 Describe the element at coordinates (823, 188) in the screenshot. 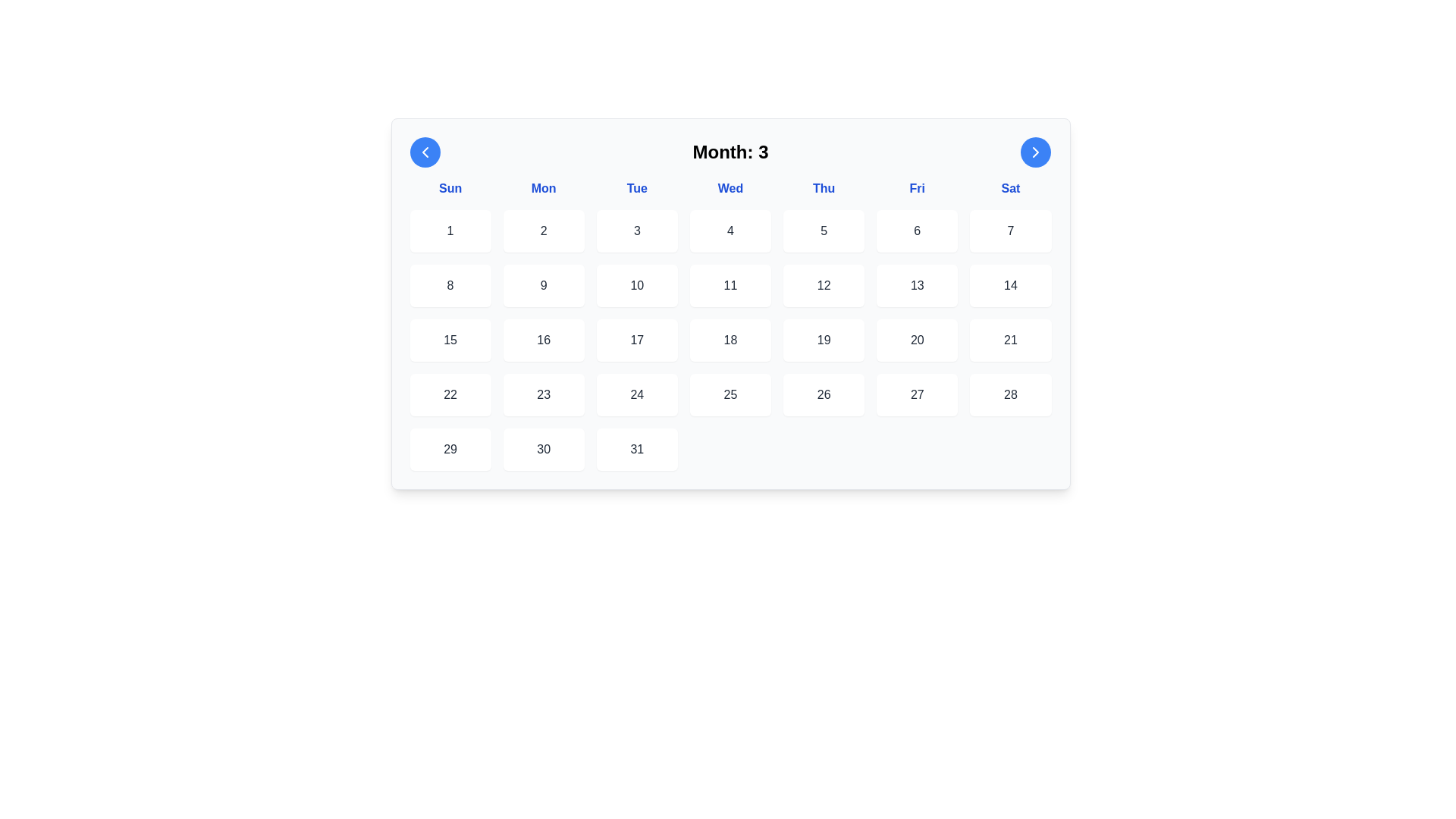

I see `the text label representing 'Thursday' in the weekly grid layout, located between 'Wed' and 'Fri' in the fifth column` at that location.